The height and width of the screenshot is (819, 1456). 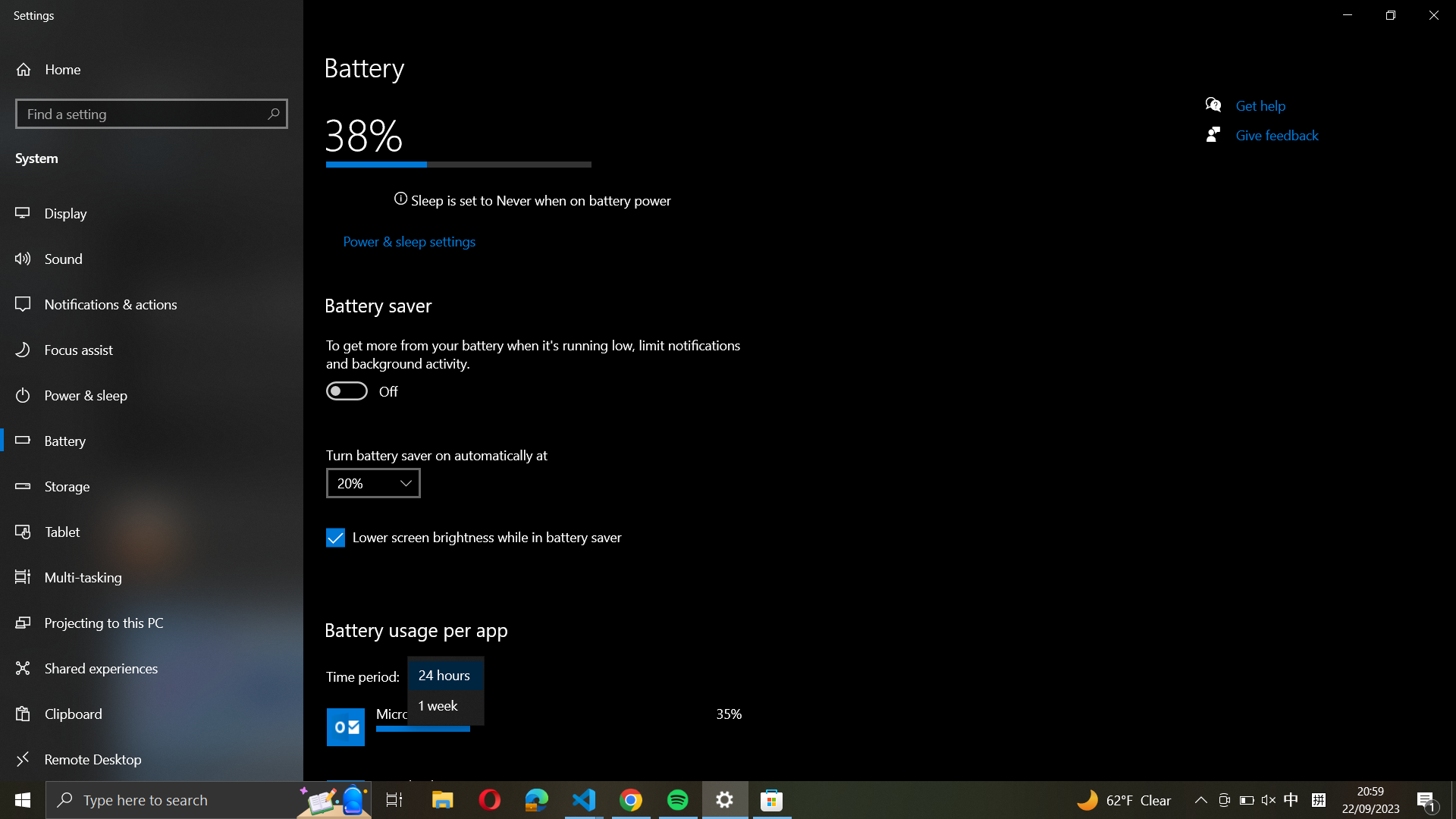 What do you see at coordinates (407, 242) in the screenshot?
I see `the Power & sleep settings from the left menu` at bounding box center [407, 242].